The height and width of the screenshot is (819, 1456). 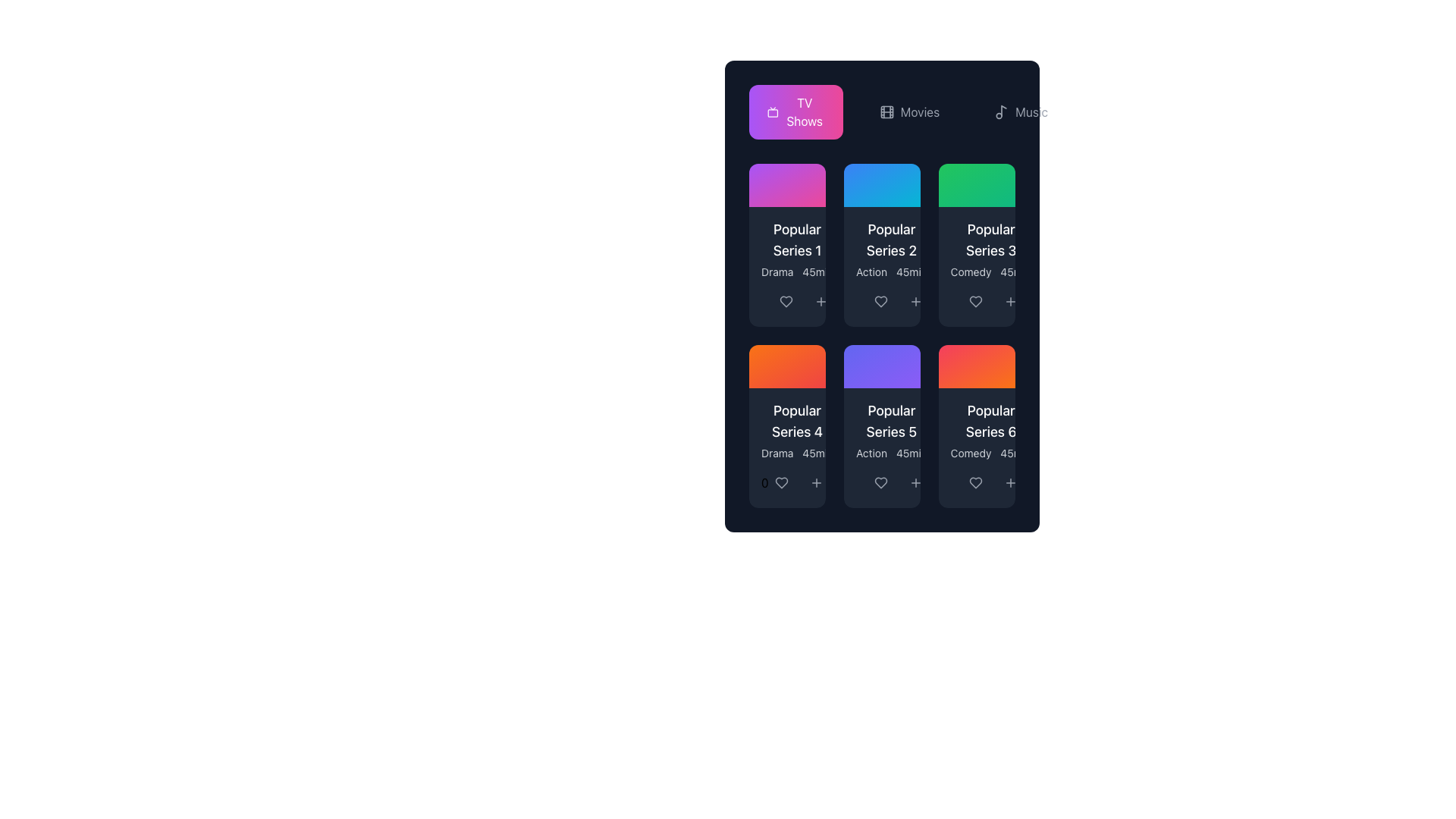 I want to click on the decorative background area of the third card in the grid of popular series cards located in the top-right portion of the grid, so click(x=977, y=184).